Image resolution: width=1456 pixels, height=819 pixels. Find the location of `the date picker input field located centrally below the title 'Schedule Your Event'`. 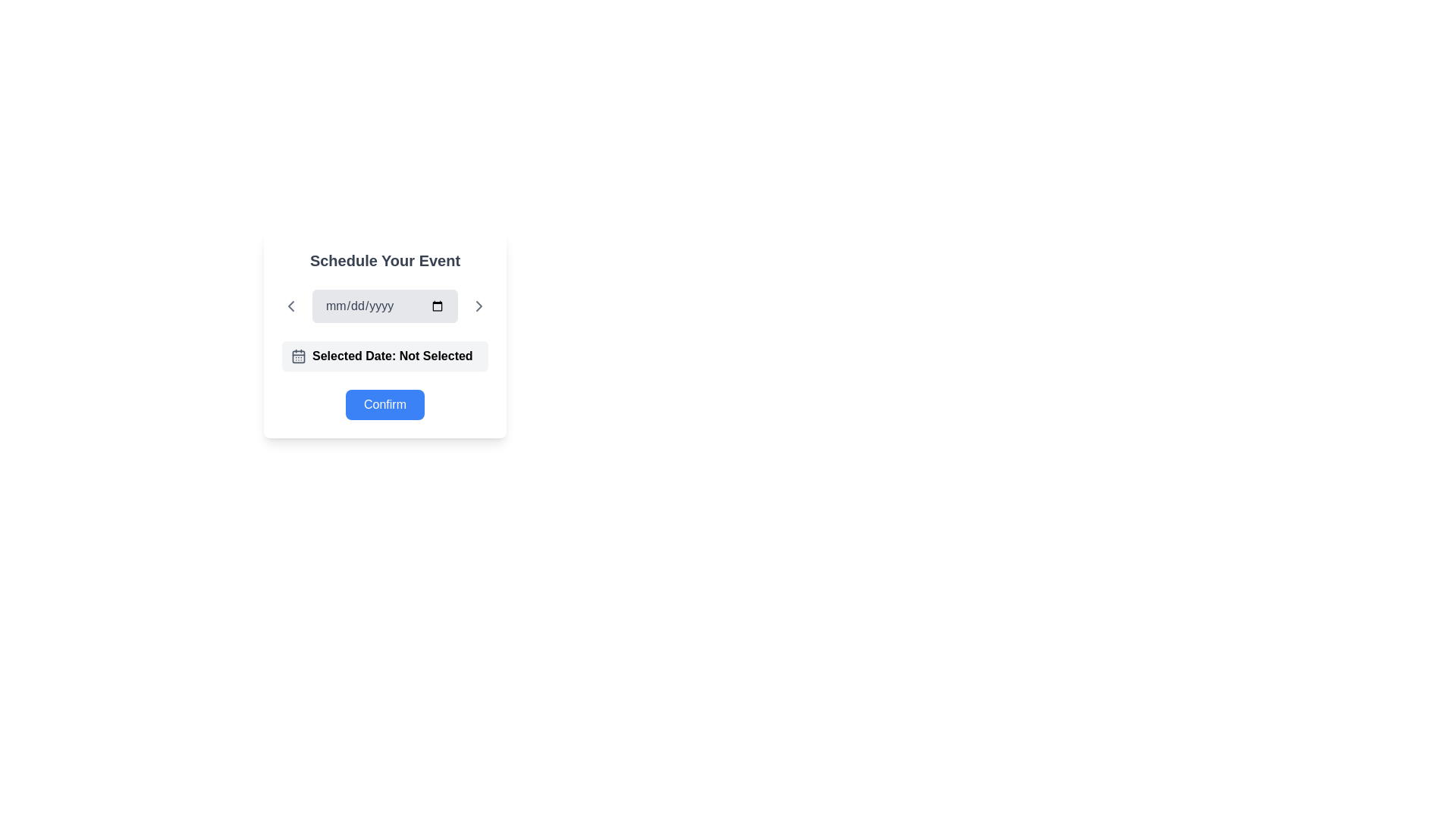

the date picker input field located centrally below the title 'Schedule Your Event' is located at coordinates (385, 306).